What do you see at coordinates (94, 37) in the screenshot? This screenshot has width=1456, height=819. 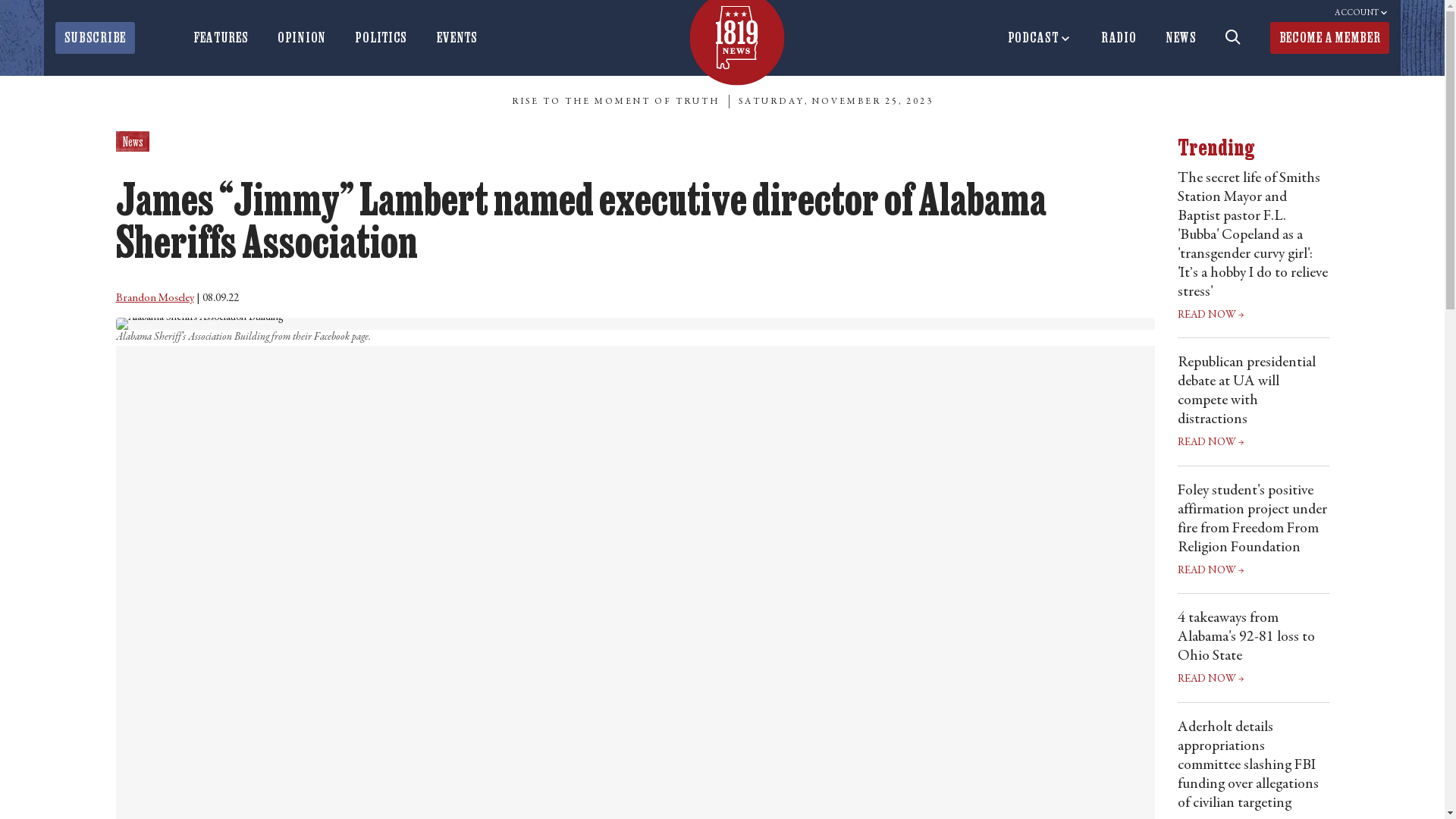 I see `'SUBSCRIBE'` at bounding box center [94, 37].